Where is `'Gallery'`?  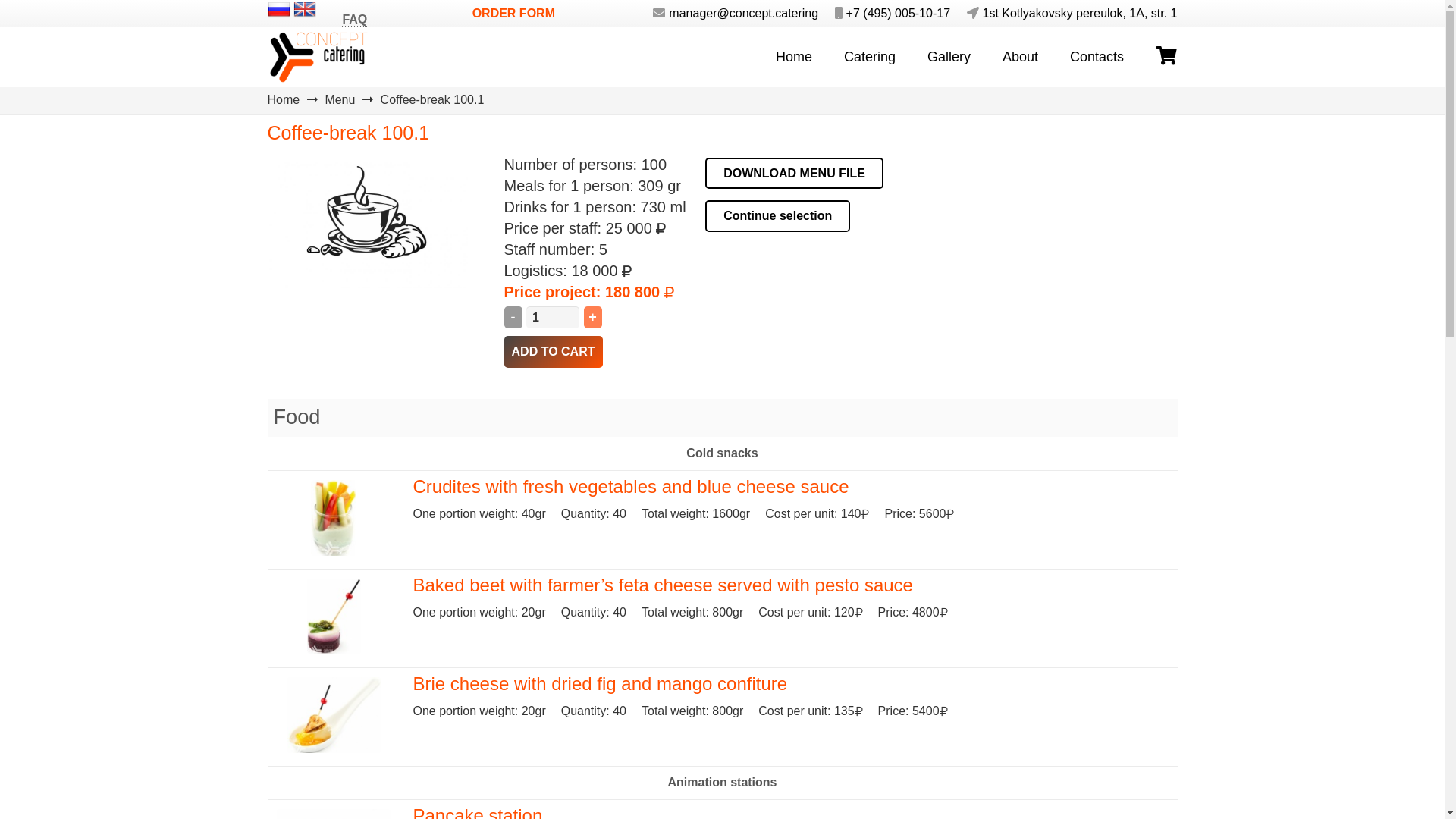
'Gallery' is located at coordinates (948, 55).